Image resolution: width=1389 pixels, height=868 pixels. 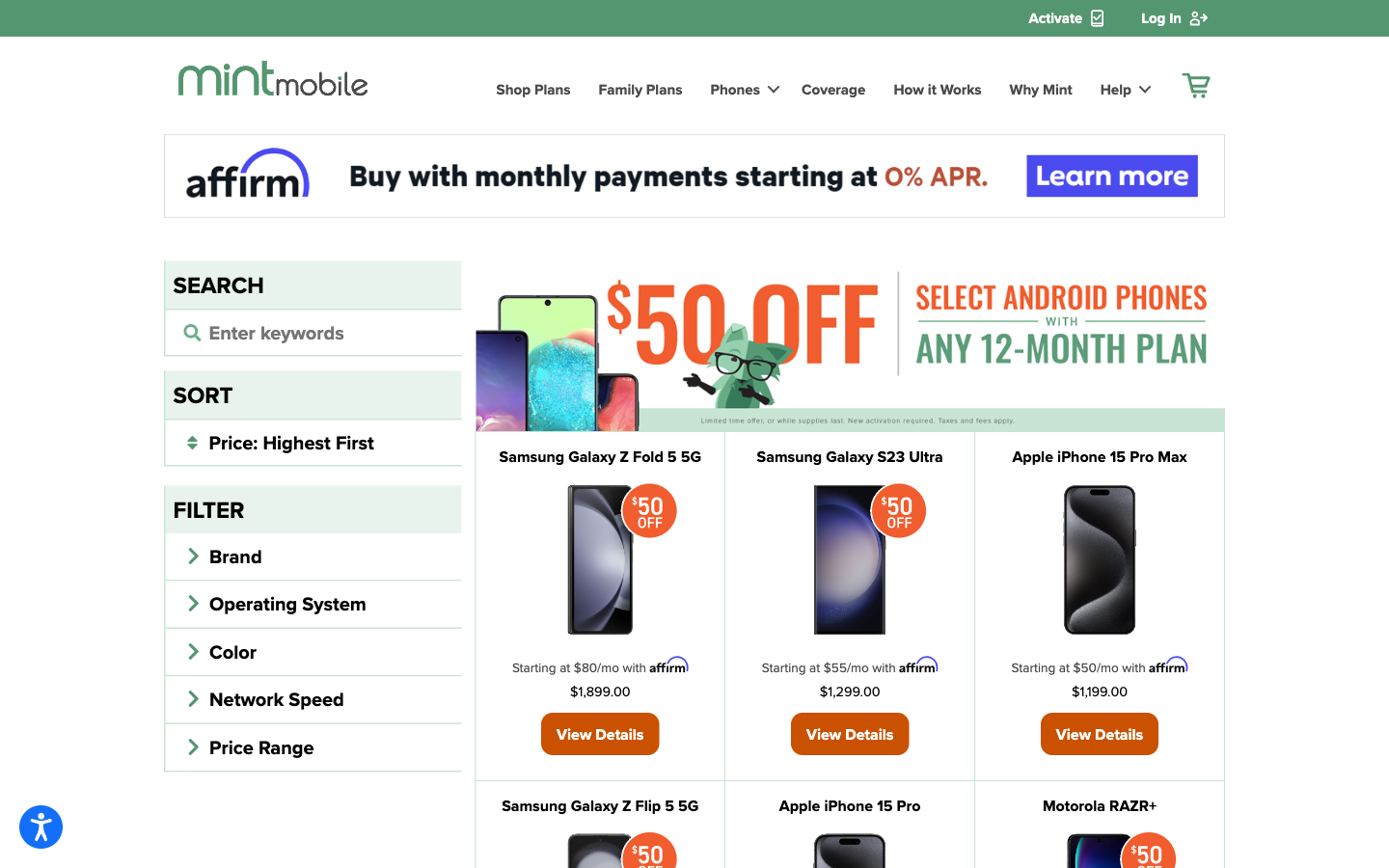 I want to click on Locate all Samsung mobile models, so click(x=313, y=331).